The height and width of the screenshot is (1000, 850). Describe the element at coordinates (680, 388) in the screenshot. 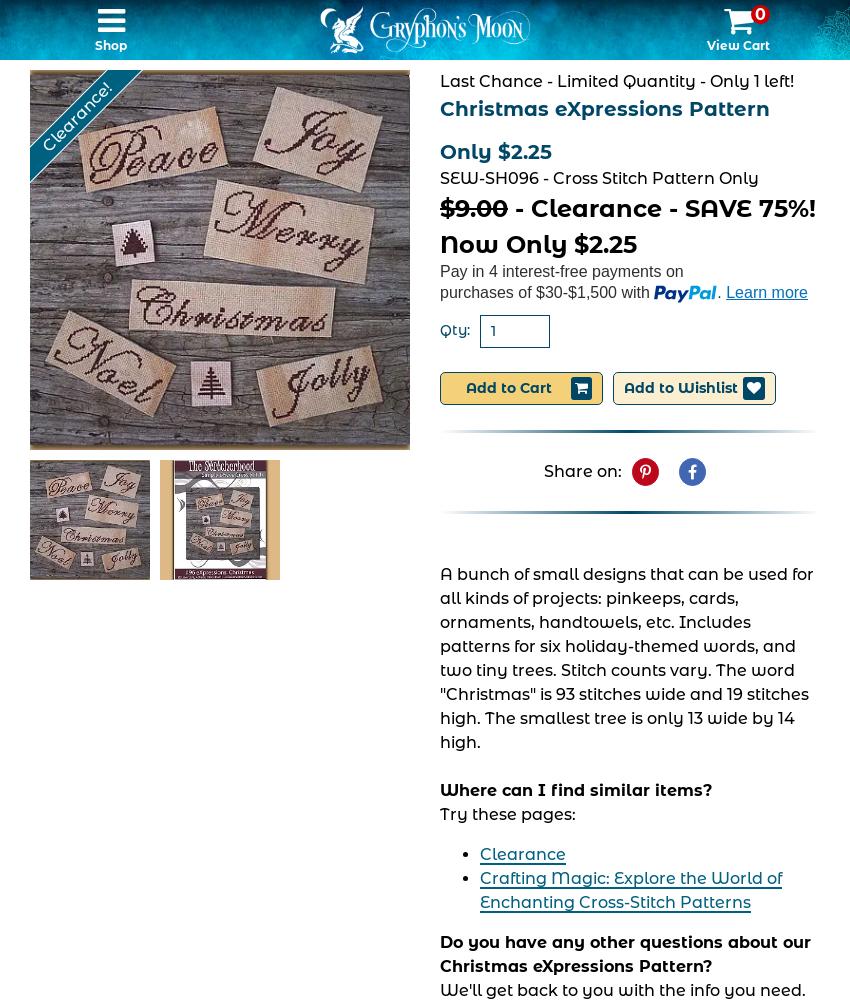

I see `'Add to Wishlist'` at that location.